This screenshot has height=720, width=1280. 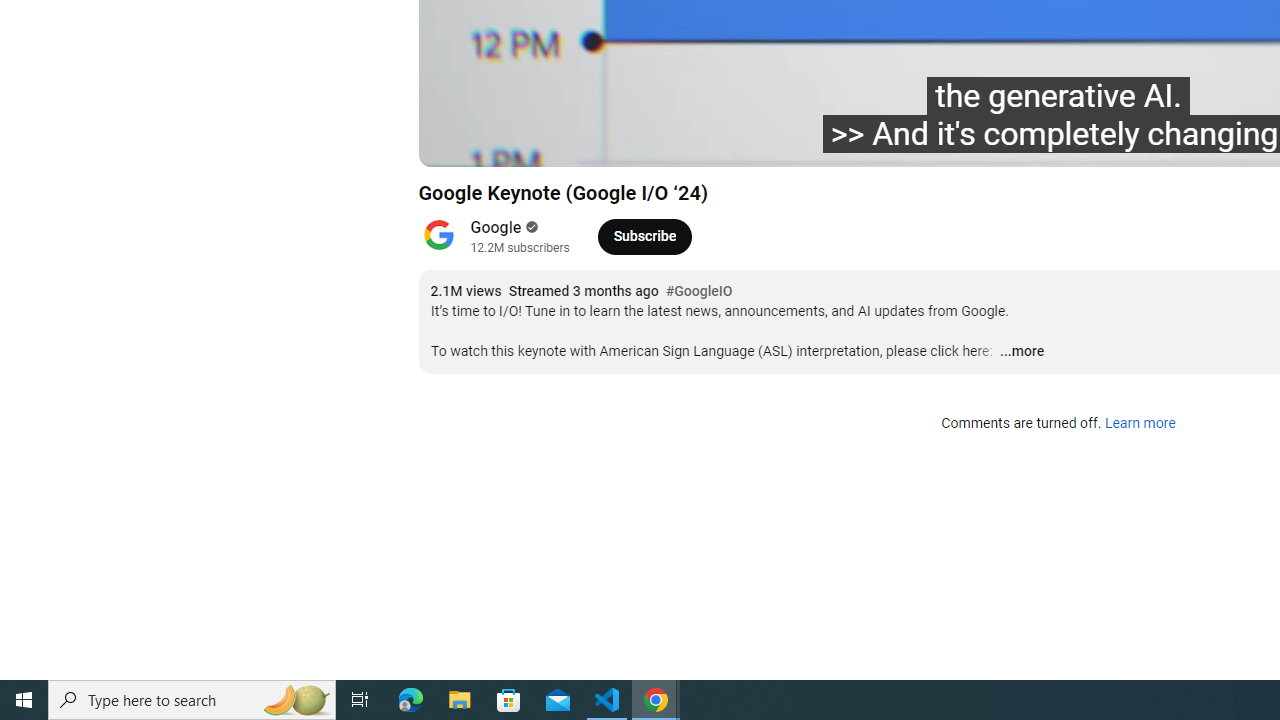 What do you see at coordinates (644, 235) in the screenshot?
I see `'Subscribe to Google.'` at bounding box center [644, 235].